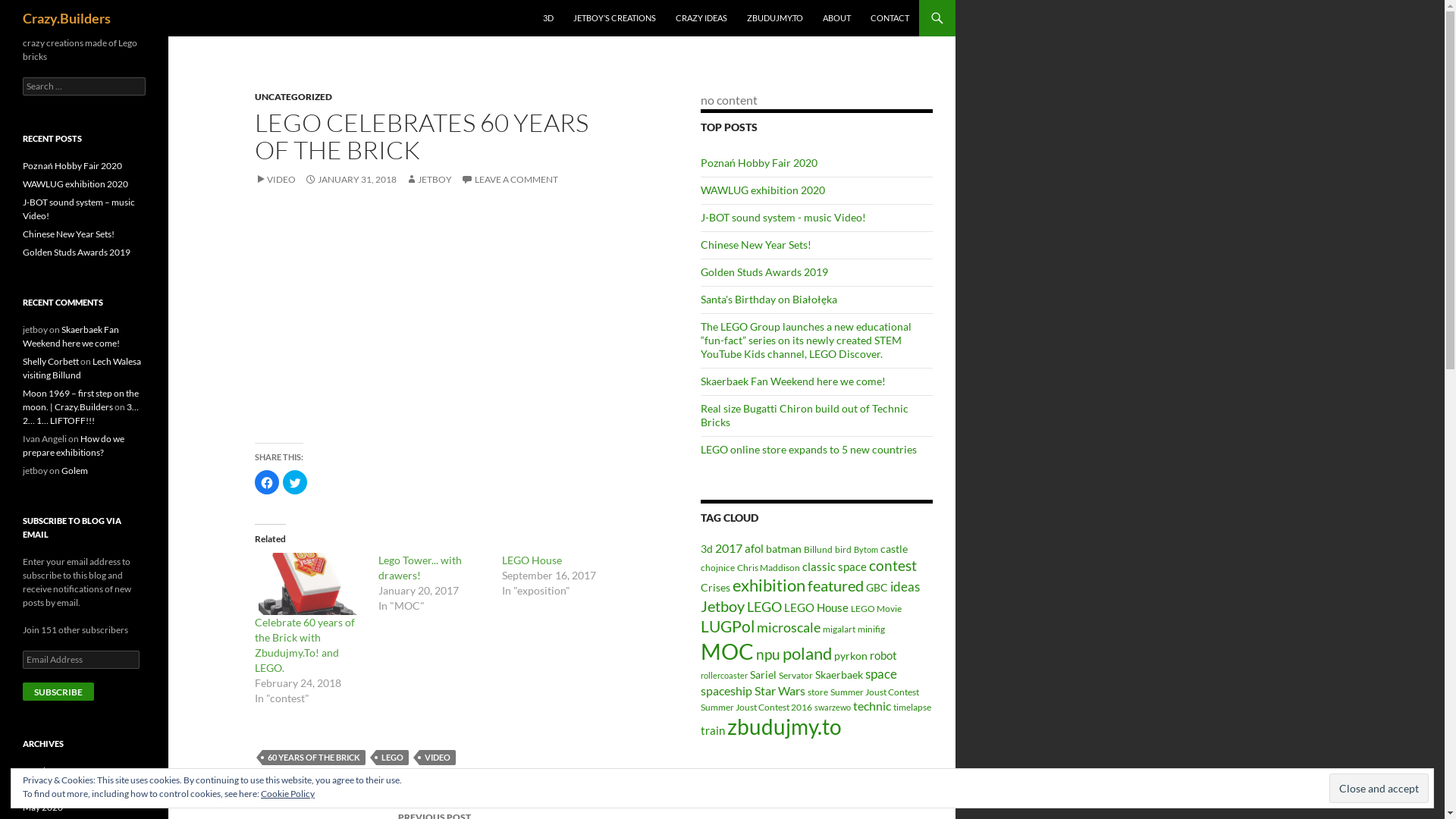 The height and width of the screenshot is (819, 1456). What do you see at coordinates (833, 549) in the screenshot?
I see `'bird'` at bounding box center [833, 549].